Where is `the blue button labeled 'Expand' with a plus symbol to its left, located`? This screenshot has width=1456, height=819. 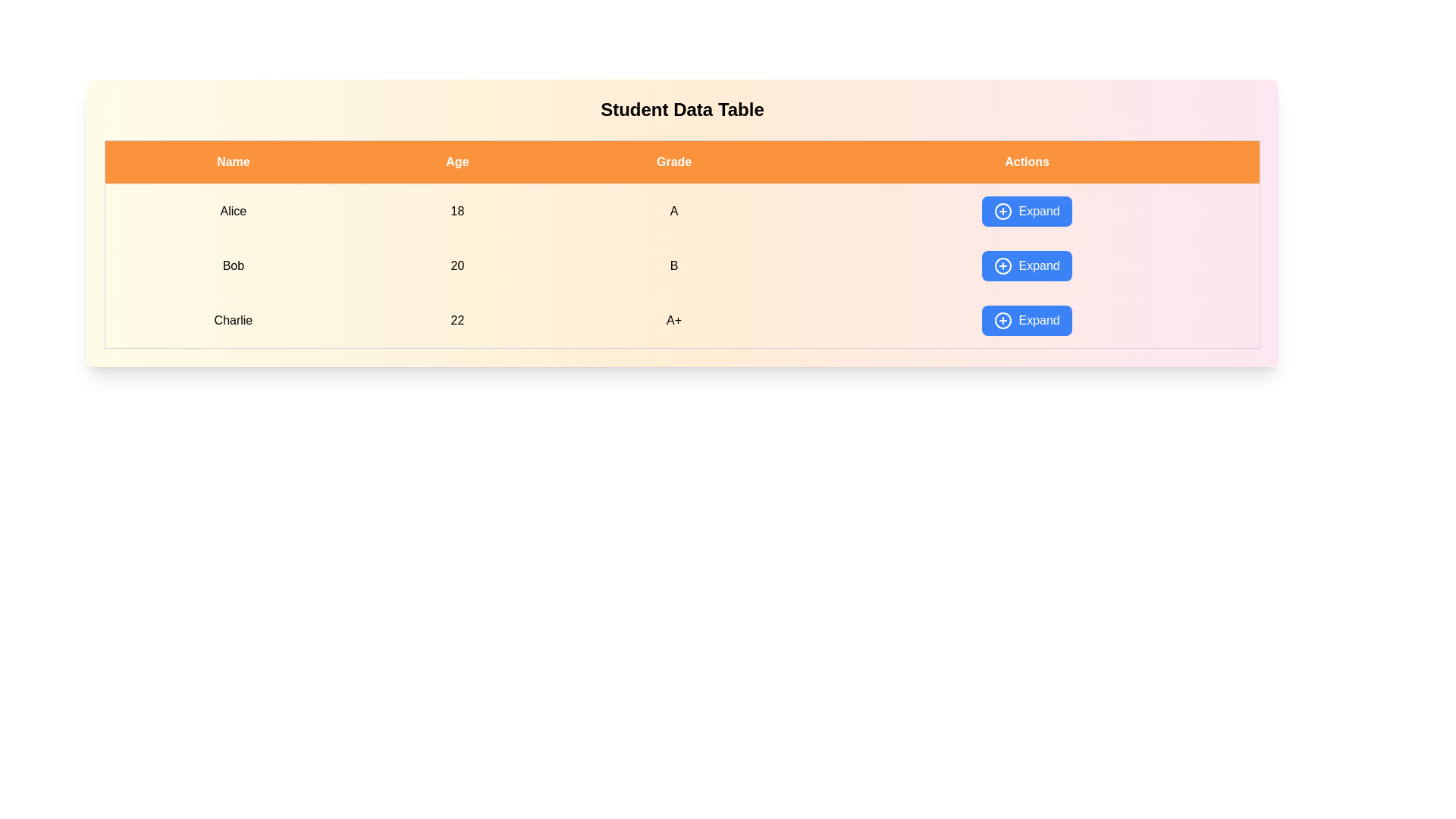
the blue button labeled 'Expand' with a plus symbol to its left, located is located at coordinates (1027, 211).